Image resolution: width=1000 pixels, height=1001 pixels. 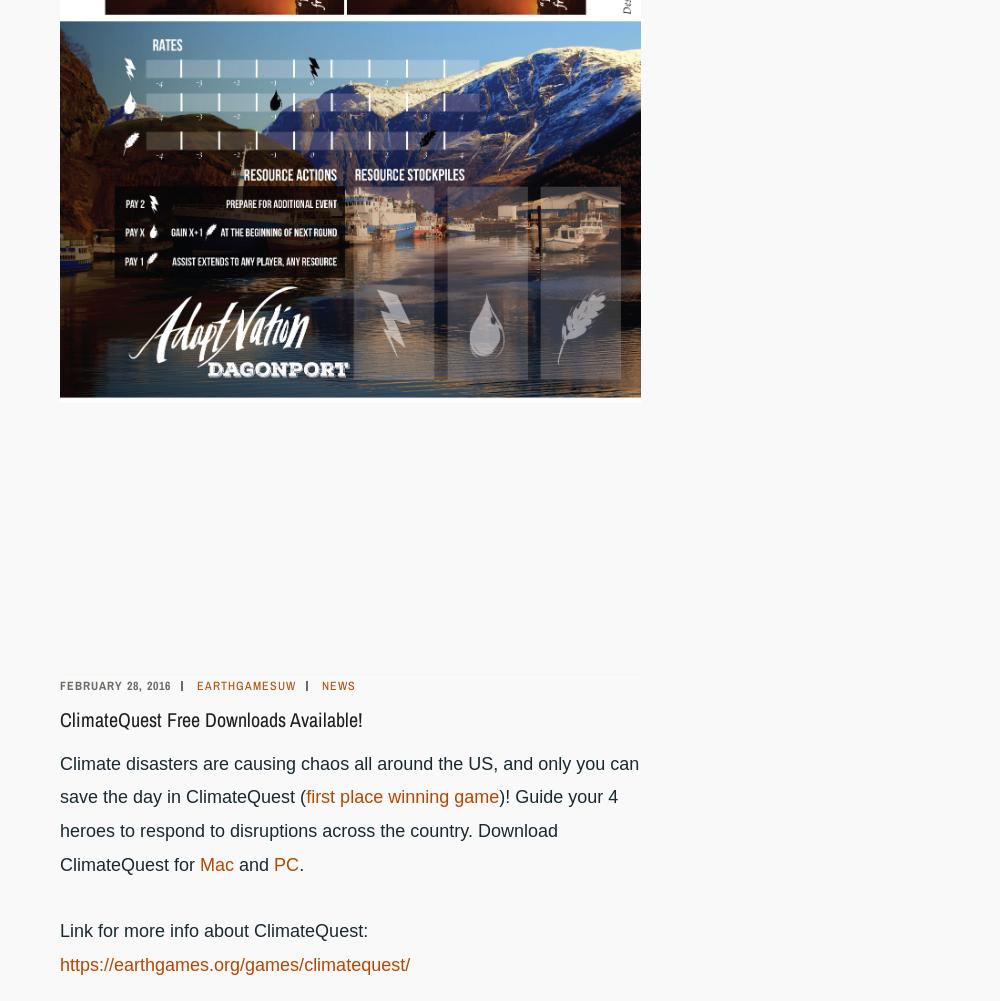 I want to click on 'https://earthgames.org/games/climatequest/', so click(x=234, y=962).